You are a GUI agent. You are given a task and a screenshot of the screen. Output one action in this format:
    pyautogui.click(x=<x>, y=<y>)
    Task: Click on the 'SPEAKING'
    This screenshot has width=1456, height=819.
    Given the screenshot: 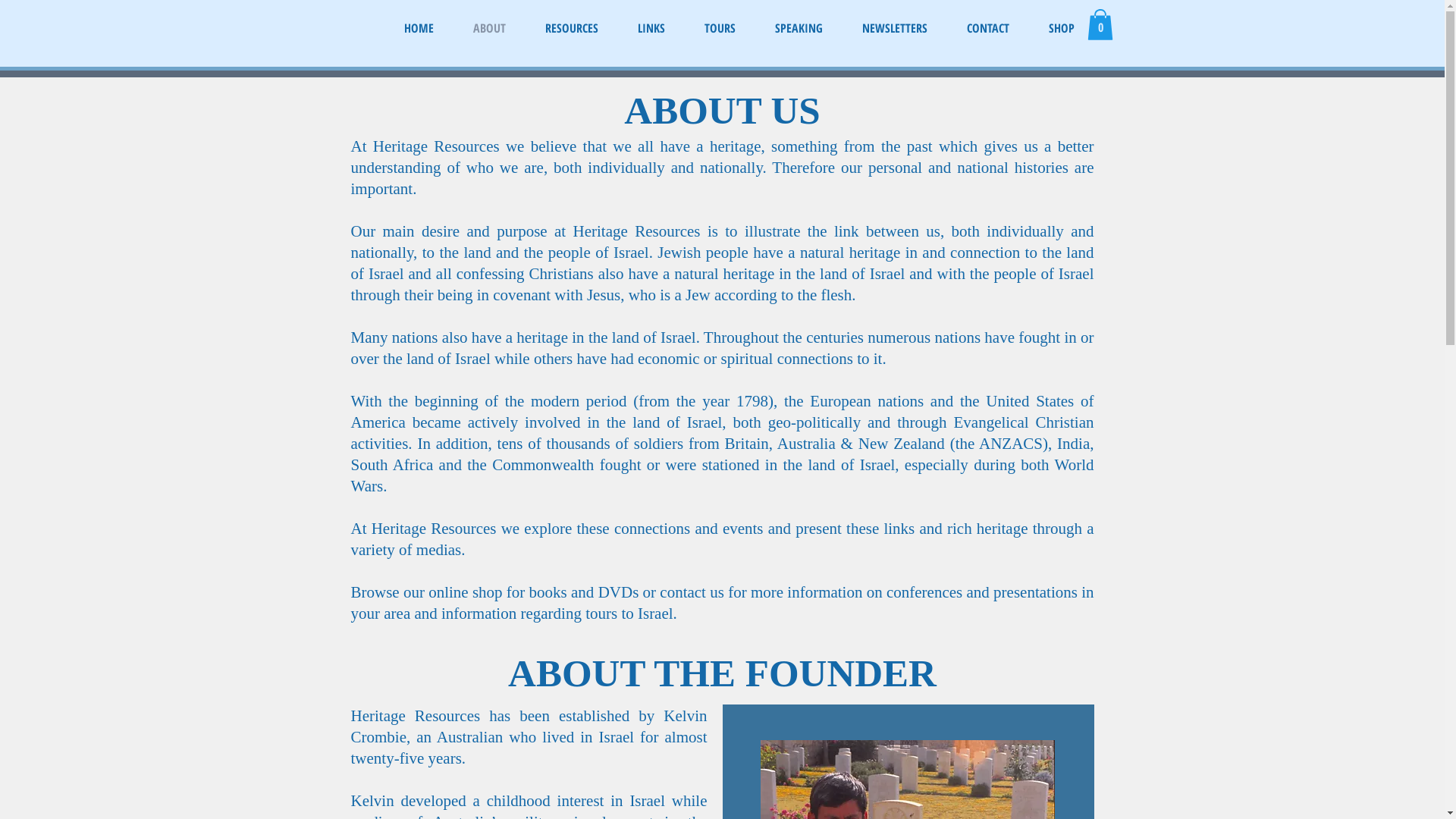 What is the action you would take?
    pyautogui.click(x=798, y=25)
    